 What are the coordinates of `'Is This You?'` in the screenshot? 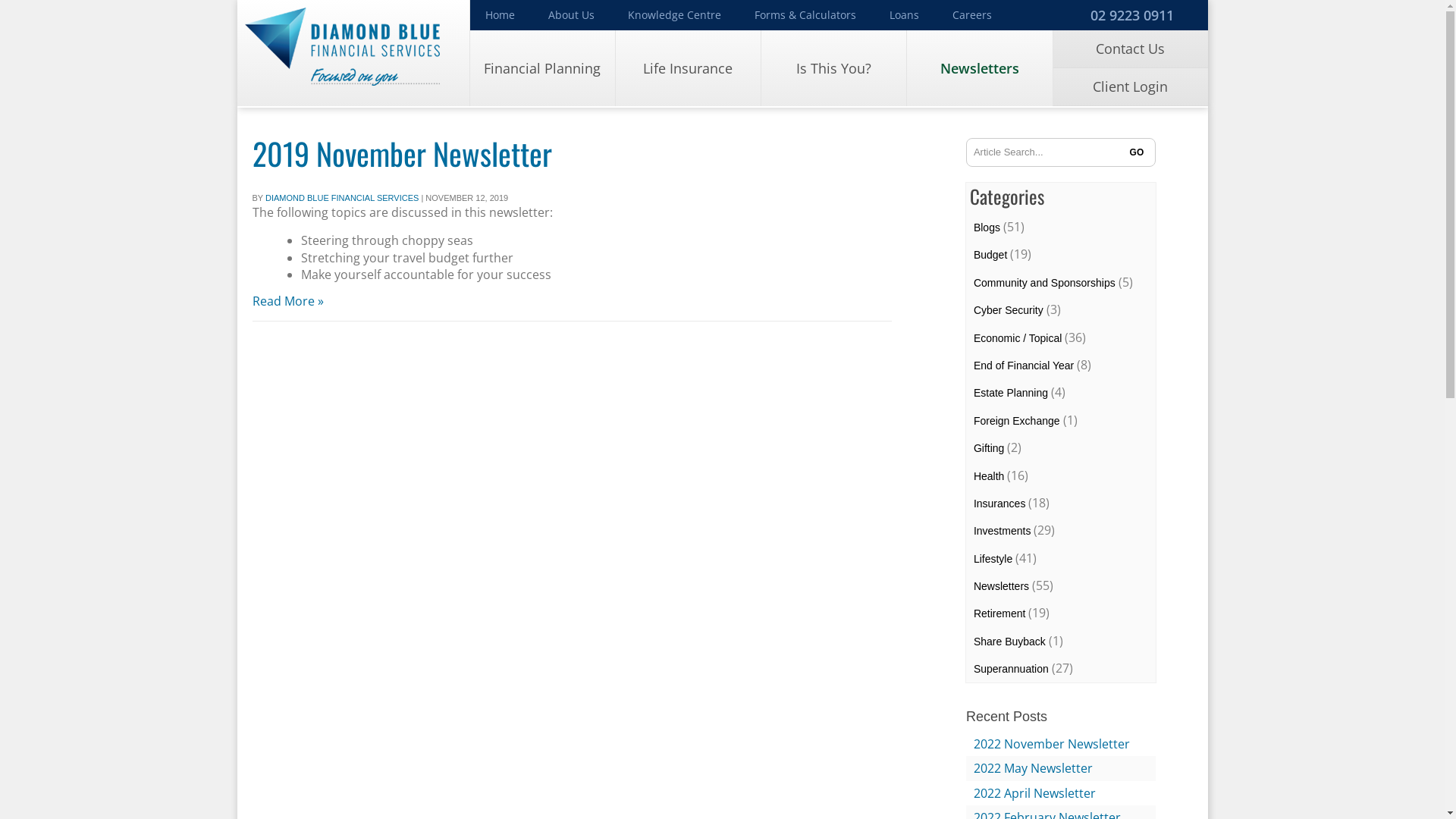 It's located at (761, 67).